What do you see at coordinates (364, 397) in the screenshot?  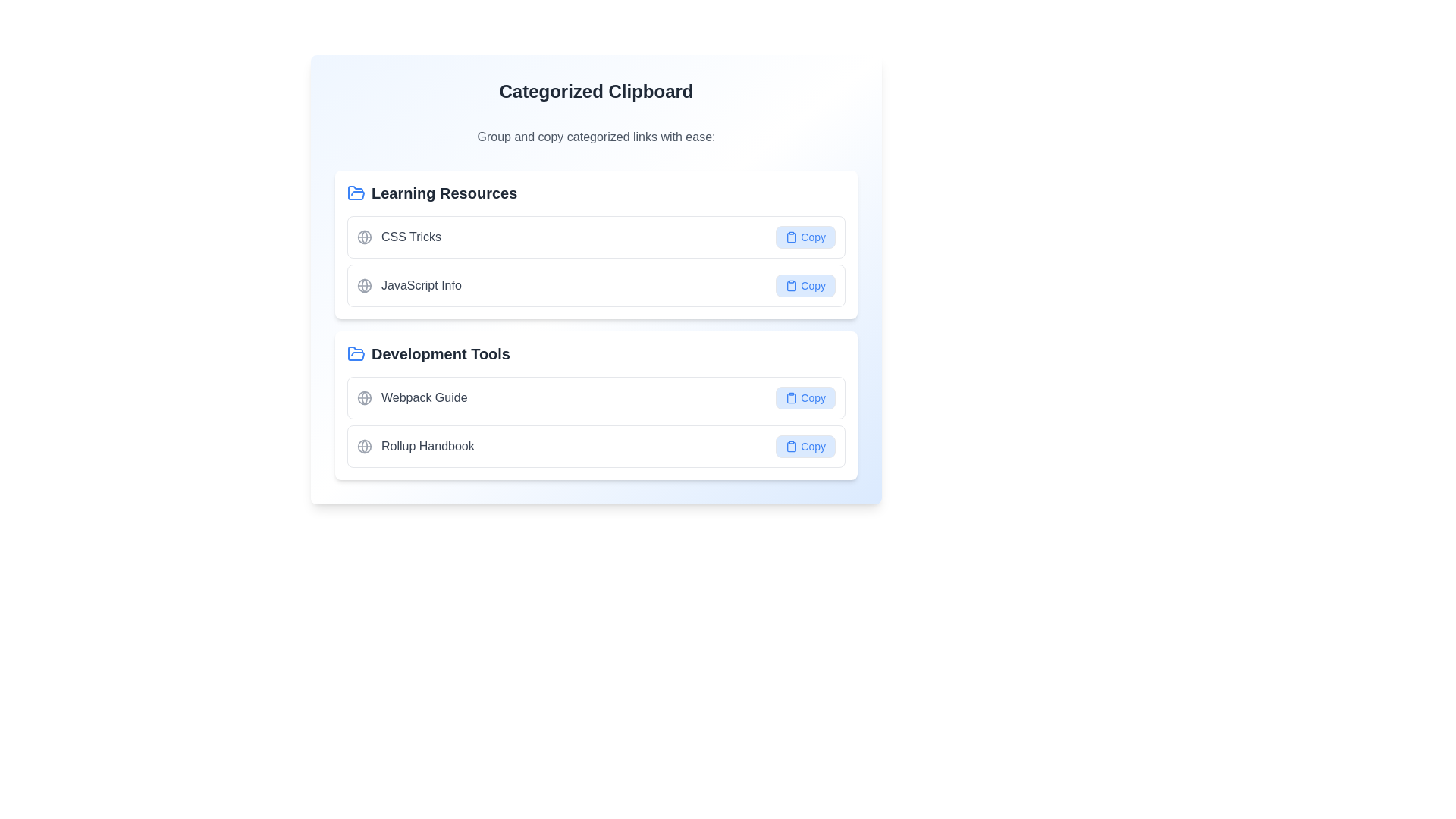 I see `the central circle of the globe icon, which is a gray SVG graphic located to the left of the text 'Webpack Guide' under the 'Development Tools' section` at bounding box center [364, 397].